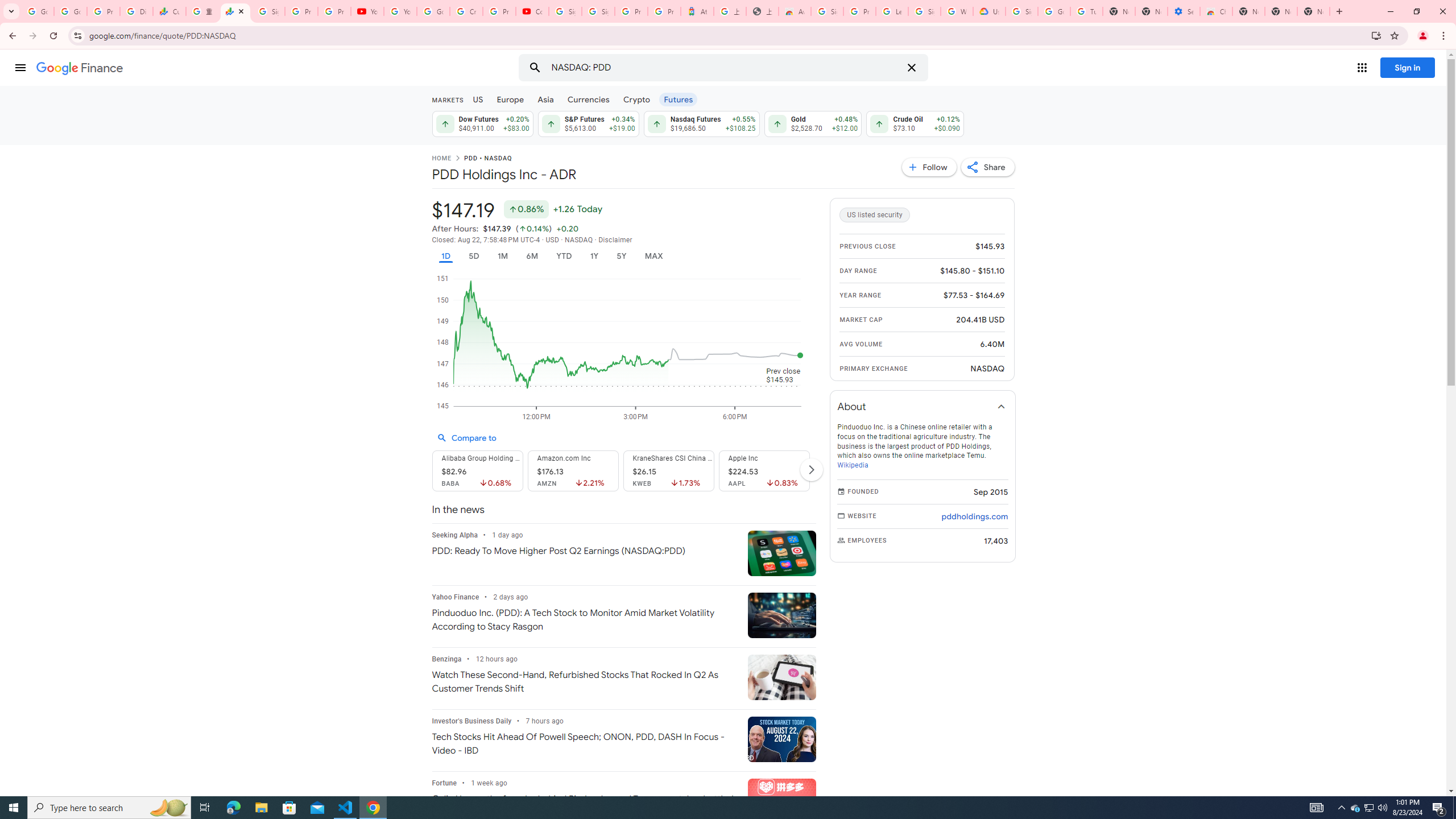 The width and height of the screenshot is (1456, 819). What do you see at coordinates (653, 255) in the screenshot?
I see `'MAX'` at bounding box center [653, 255].